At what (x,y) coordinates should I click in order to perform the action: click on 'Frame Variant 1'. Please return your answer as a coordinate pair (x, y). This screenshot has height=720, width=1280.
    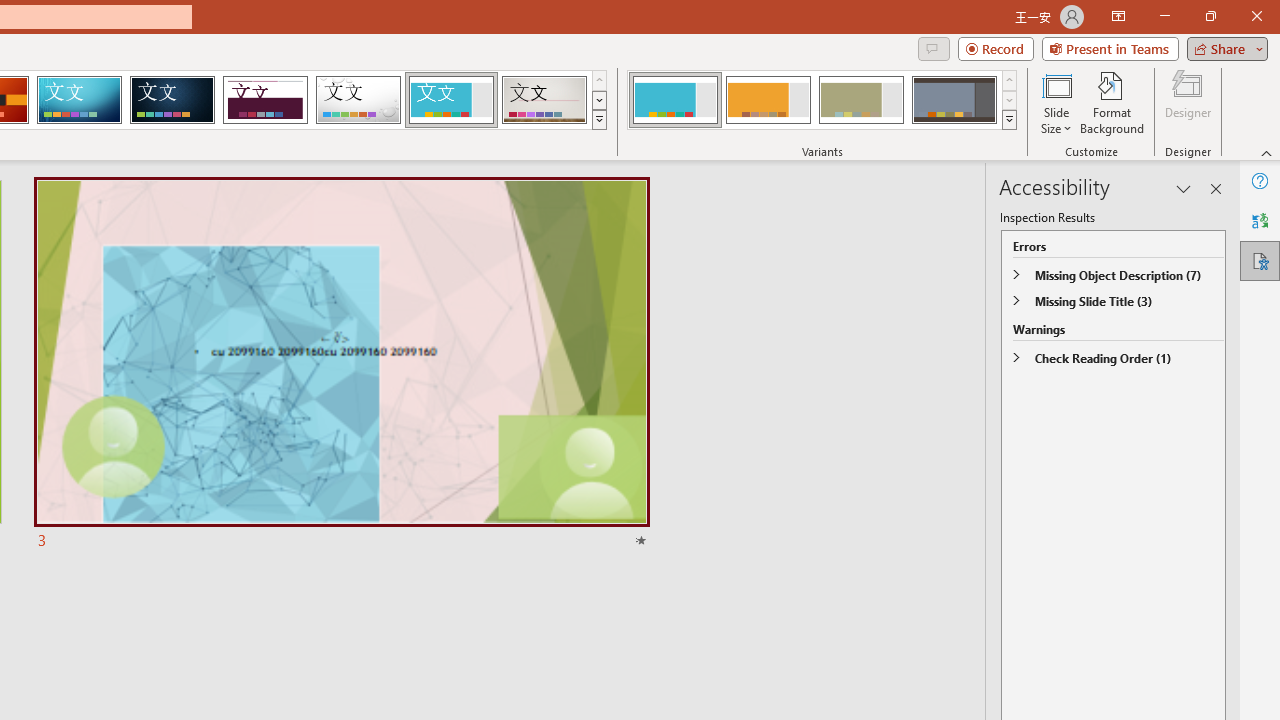
    Looking at the image, I should click on (675, 100).